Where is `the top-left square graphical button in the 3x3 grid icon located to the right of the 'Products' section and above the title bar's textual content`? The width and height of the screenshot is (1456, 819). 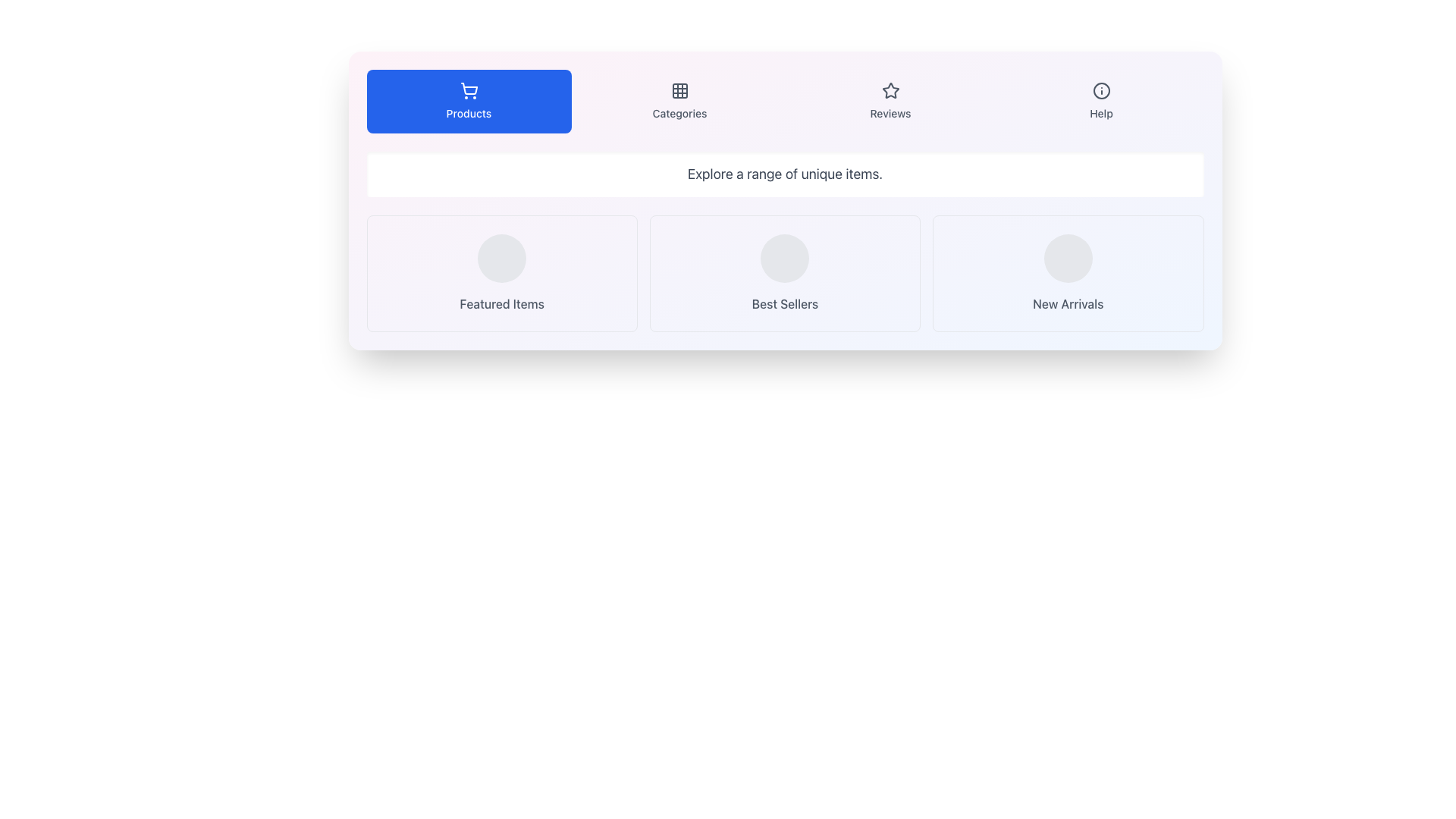 the top-left square graphical button in the 3x3 grid icon located to the right of the 'Products' section and above the title bar's textual content is located at coordinates (679, 90).